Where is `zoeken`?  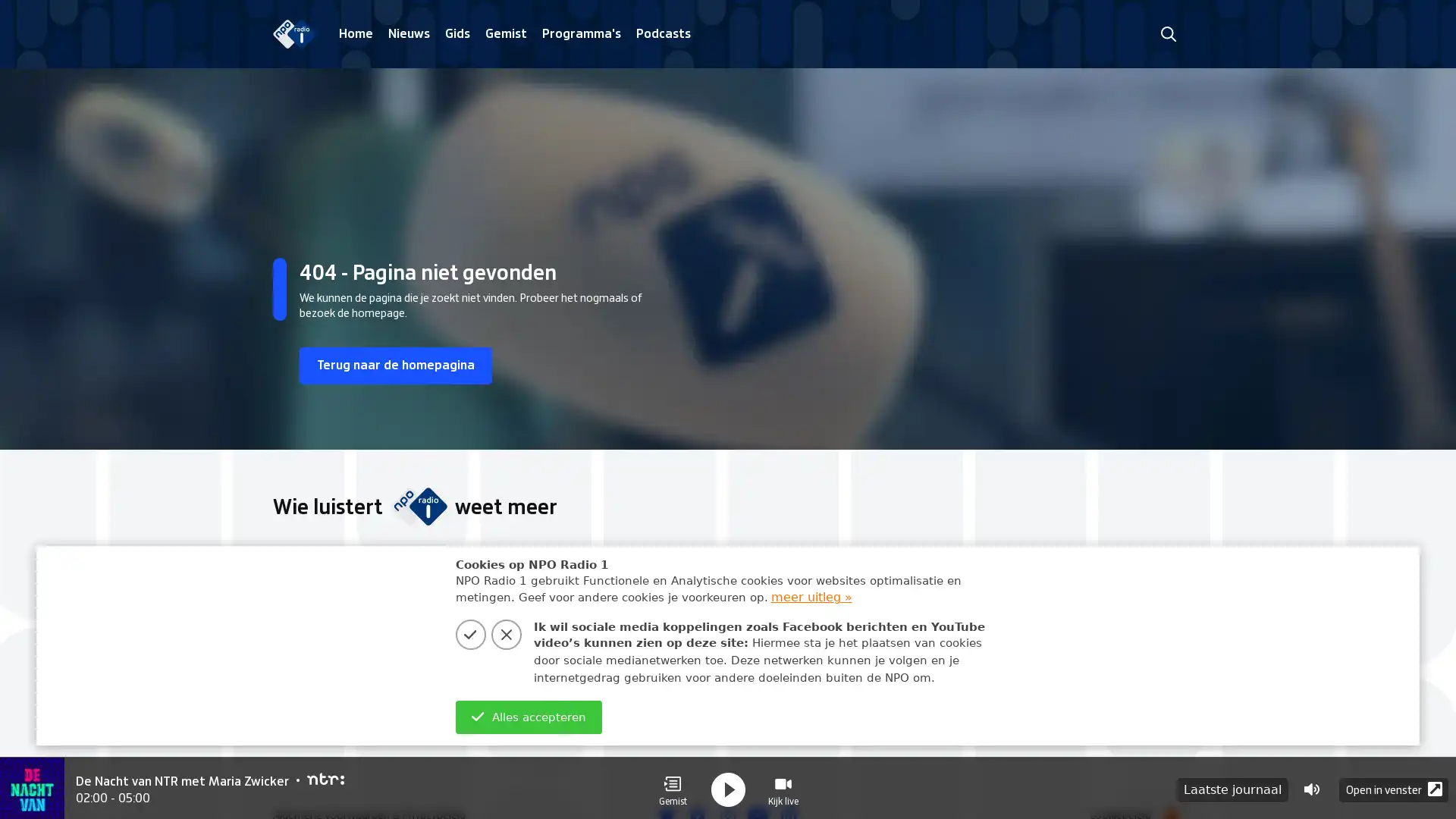
zoeken is located at coordinates (1167, 33).